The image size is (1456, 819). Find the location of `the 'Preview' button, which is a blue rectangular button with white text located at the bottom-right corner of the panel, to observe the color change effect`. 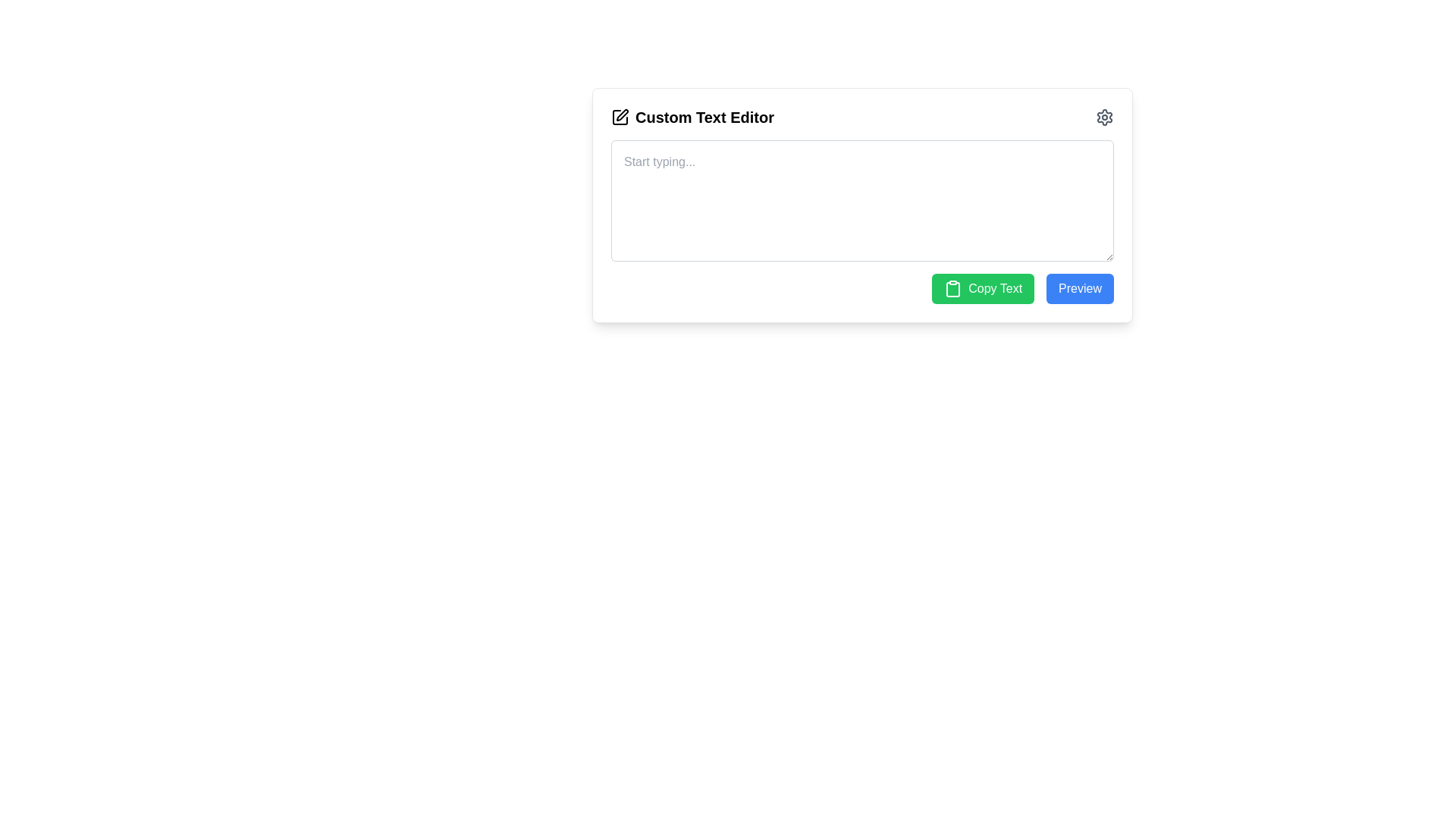

the 'Preview' button, which is a blue rectangular button with white text located at the bottom-right corner of the panel, to observe the color change effect is located at coordinates (1079, 289).